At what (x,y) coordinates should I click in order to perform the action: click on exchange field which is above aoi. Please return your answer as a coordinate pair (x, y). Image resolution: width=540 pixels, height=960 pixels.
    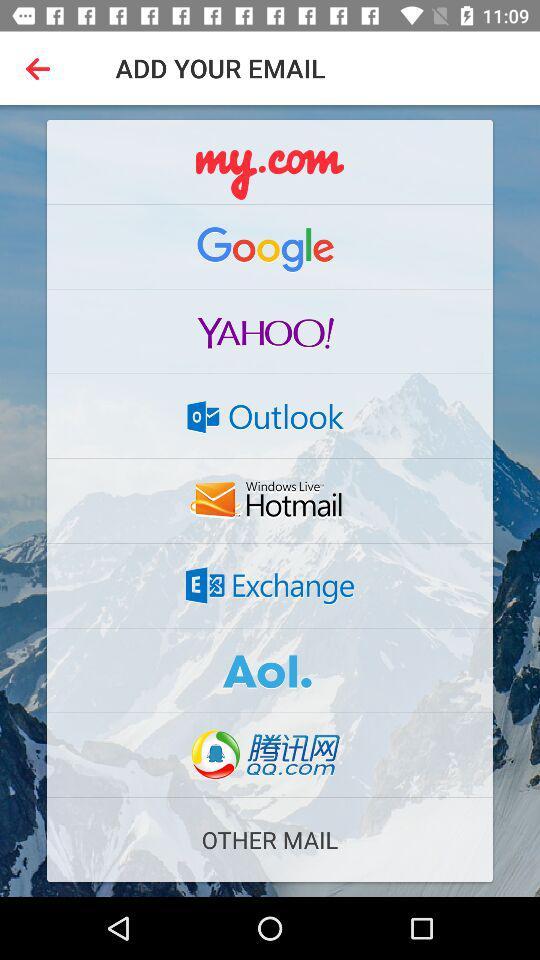
    Looking at the image, I should click on (270, 585).